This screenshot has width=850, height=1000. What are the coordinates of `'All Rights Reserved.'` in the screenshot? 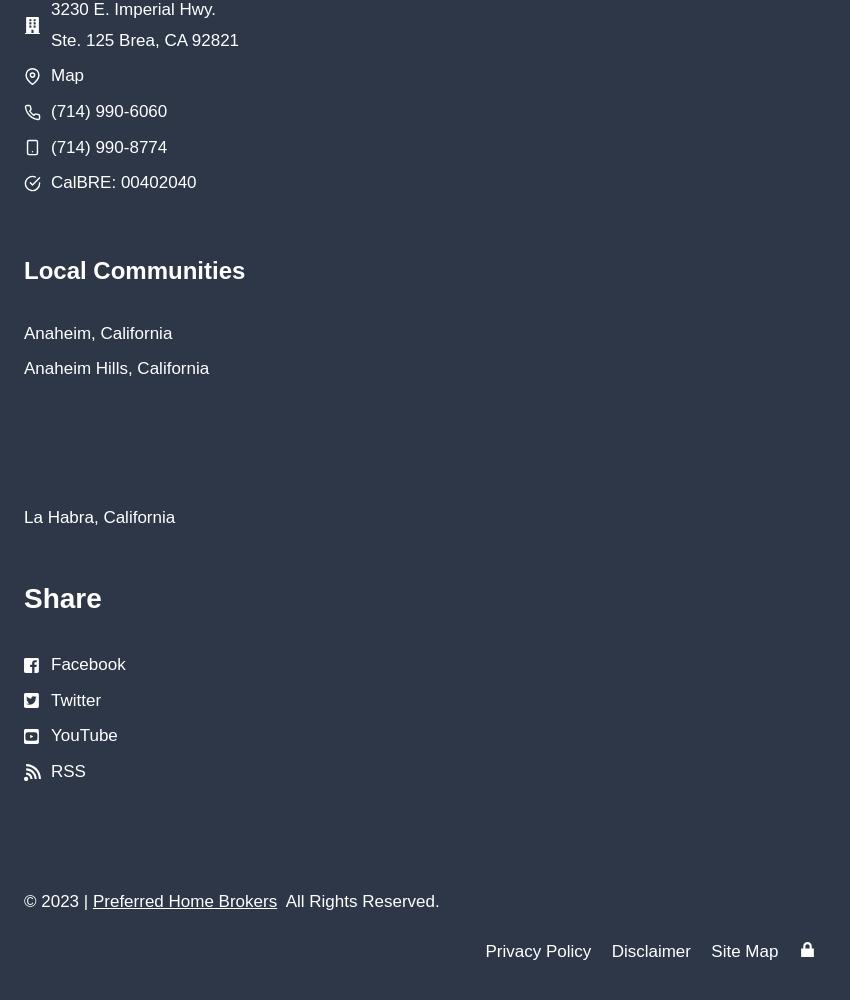 It's located at (276, 901).